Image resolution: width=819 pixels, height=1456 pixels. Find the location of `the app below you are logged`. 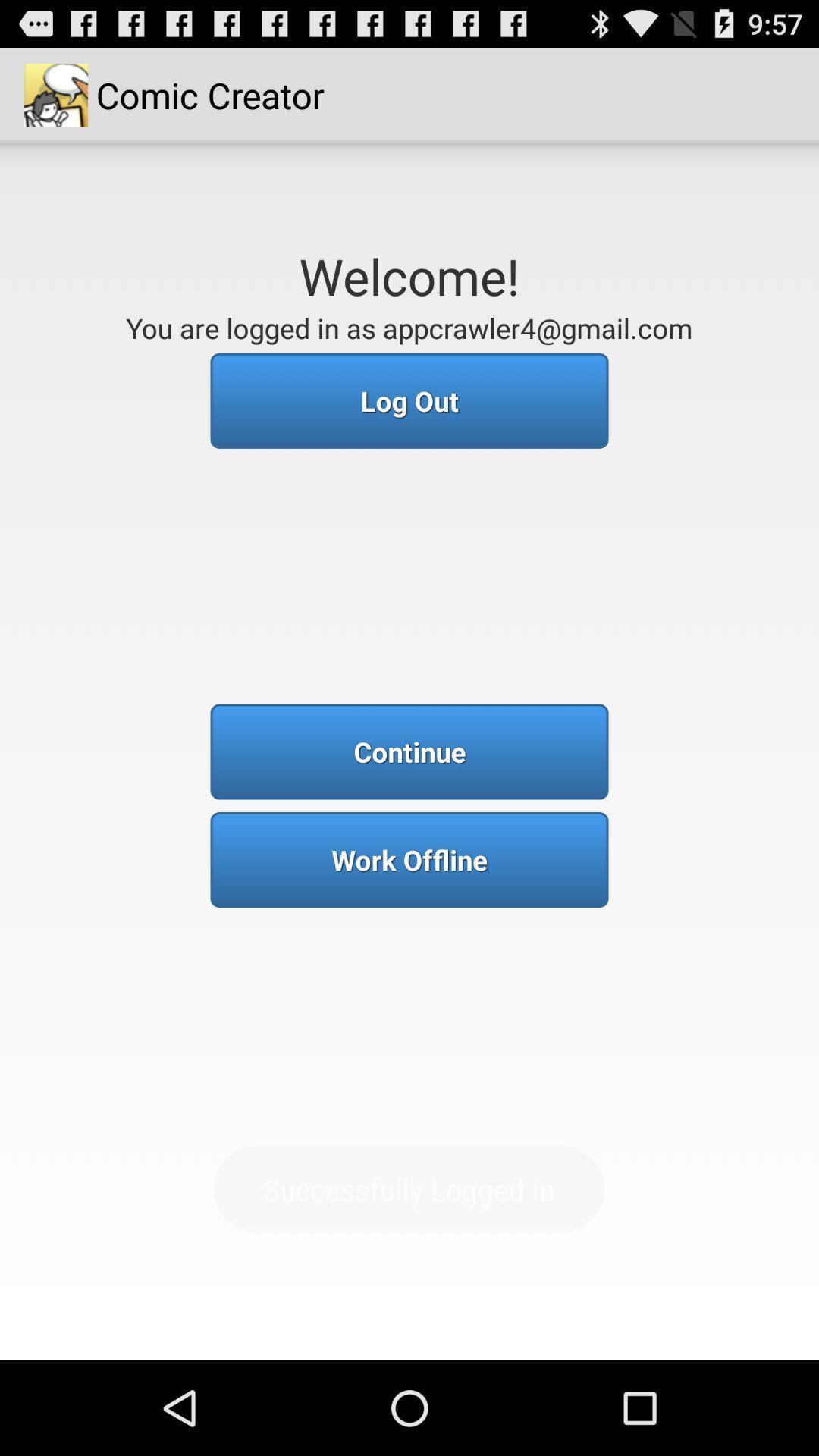

the app below you are logged is located at coordinates (409, 400).